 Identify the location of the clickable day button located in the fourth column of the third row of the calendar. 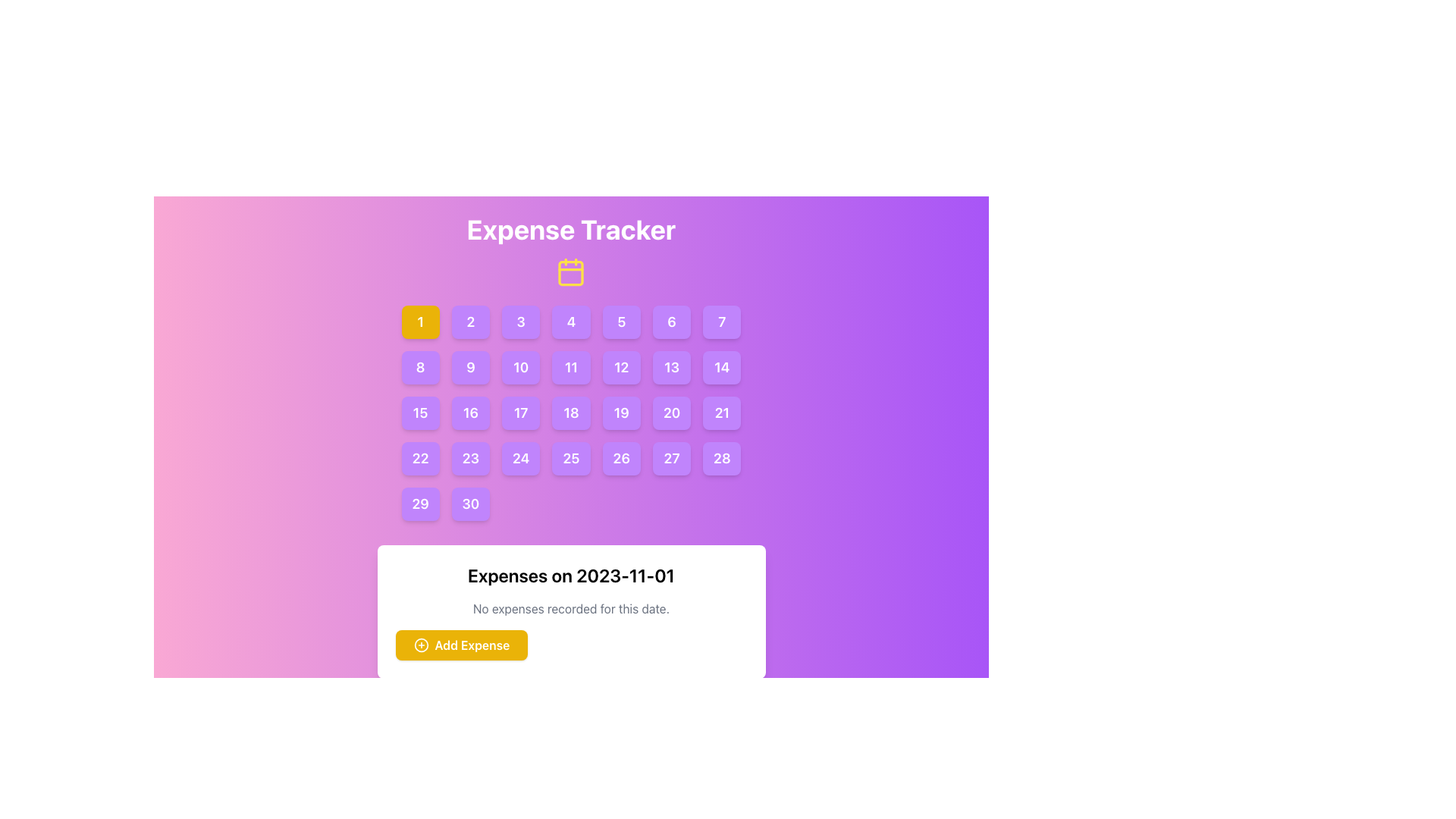
(570, 413).